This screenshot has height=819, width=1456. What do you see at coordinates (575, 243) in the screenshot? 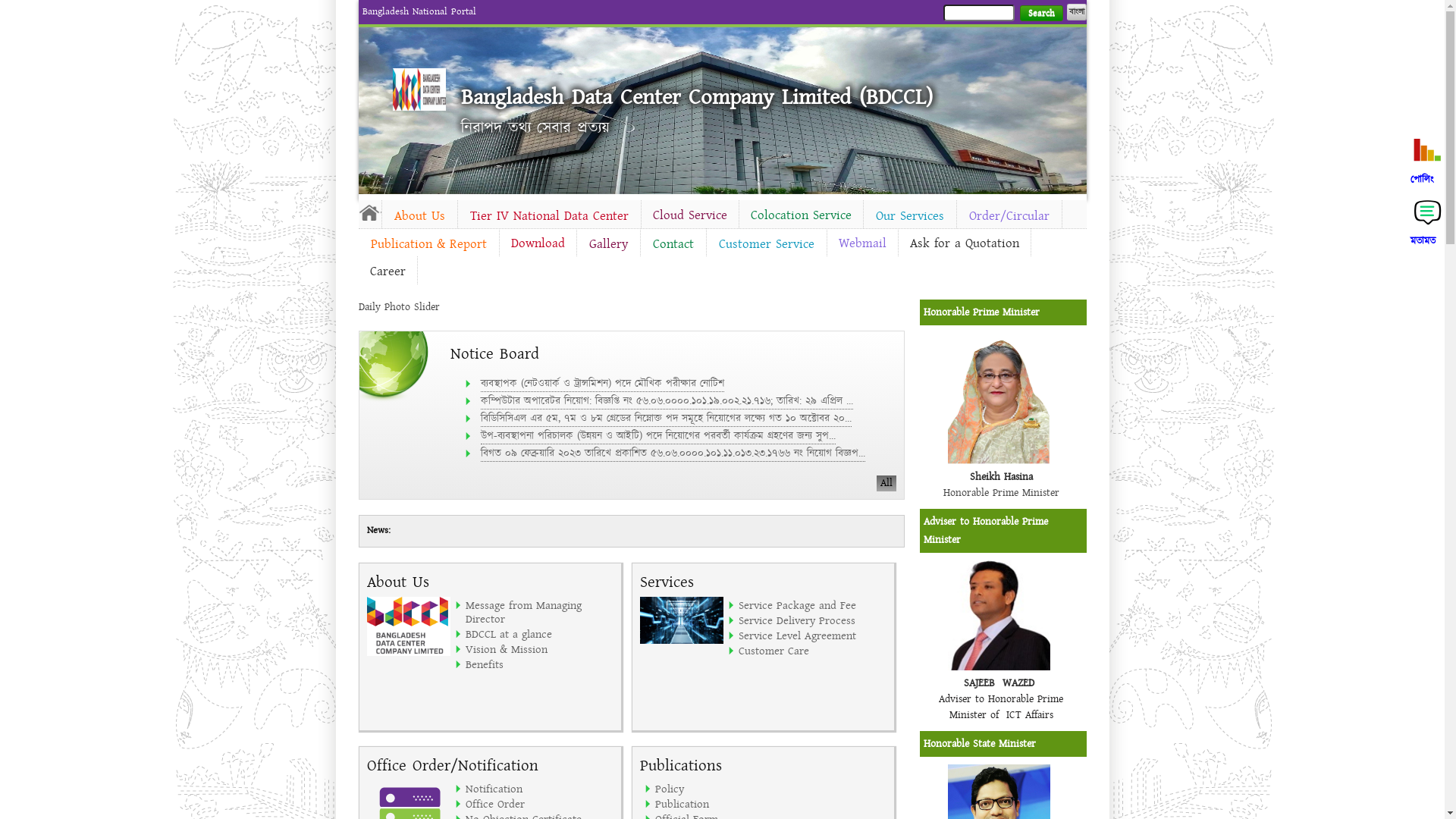
I see `'Gallery'` at bounding box center [575, 243].